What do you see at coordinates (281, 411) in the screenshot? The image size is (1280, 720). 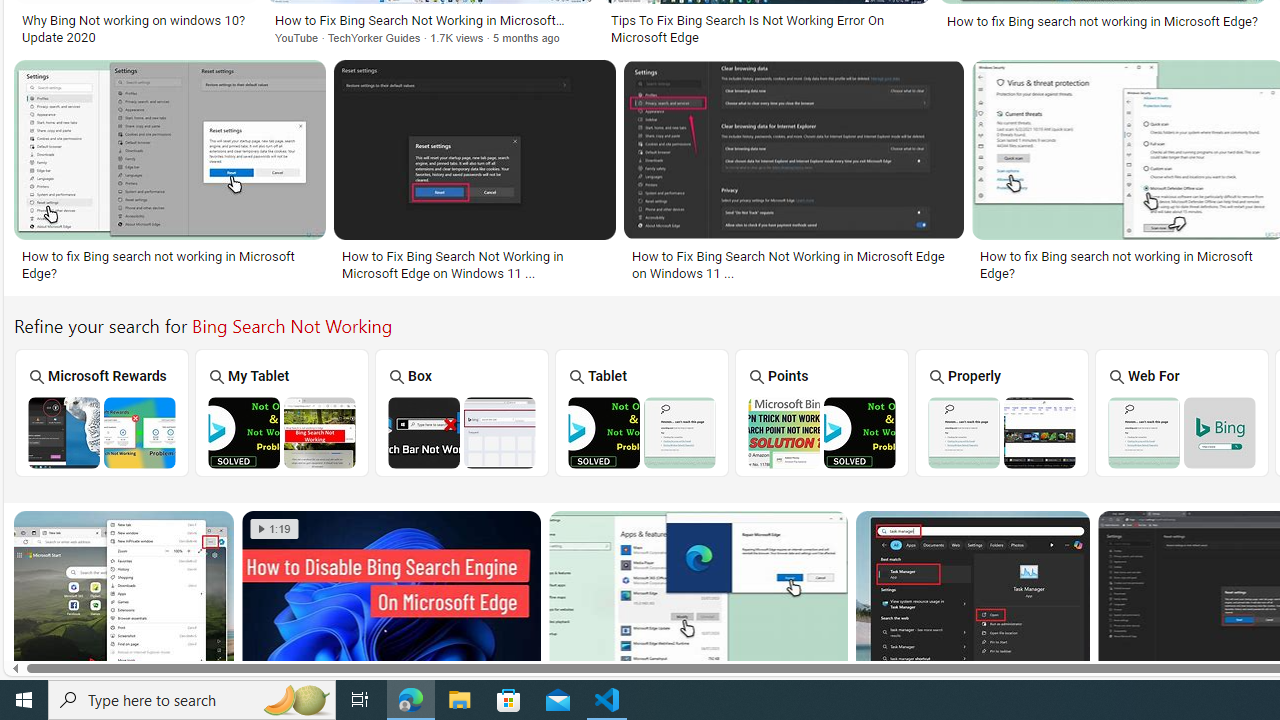 I see `'My Tablet'` at bounding box center [281, 411].